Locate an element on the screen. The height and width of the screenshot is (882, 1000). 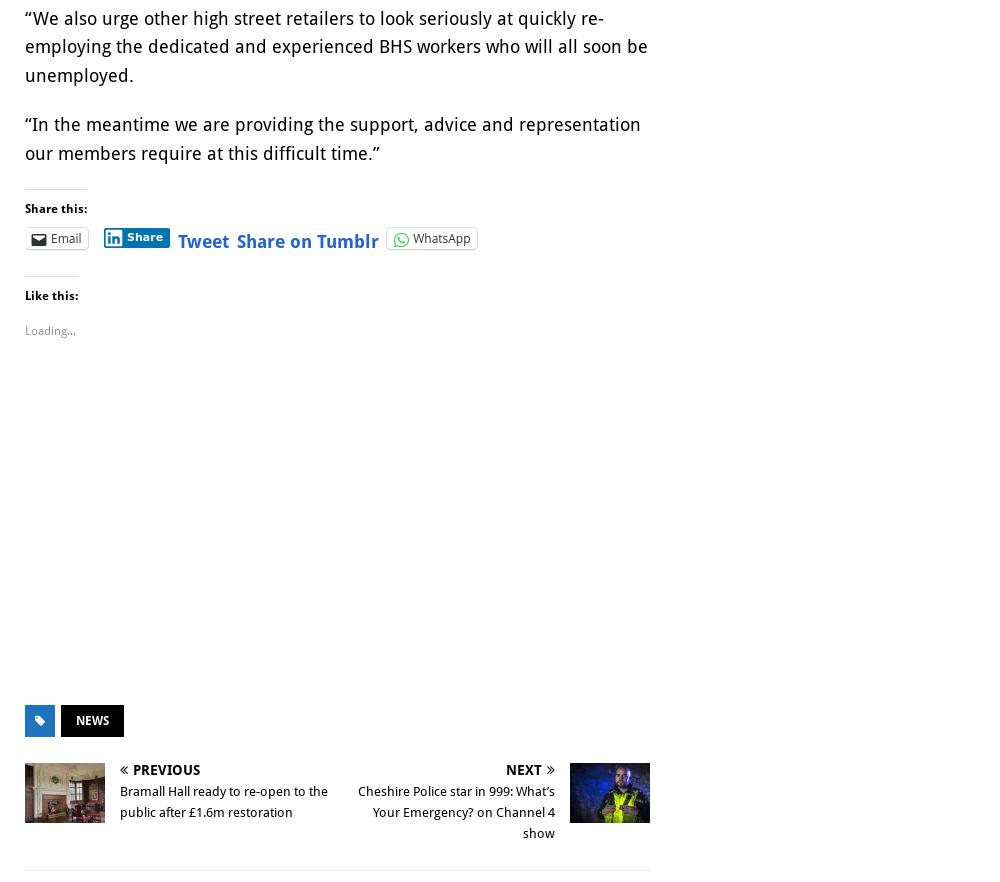
'Loading...' is located at coordinates (25, 331).